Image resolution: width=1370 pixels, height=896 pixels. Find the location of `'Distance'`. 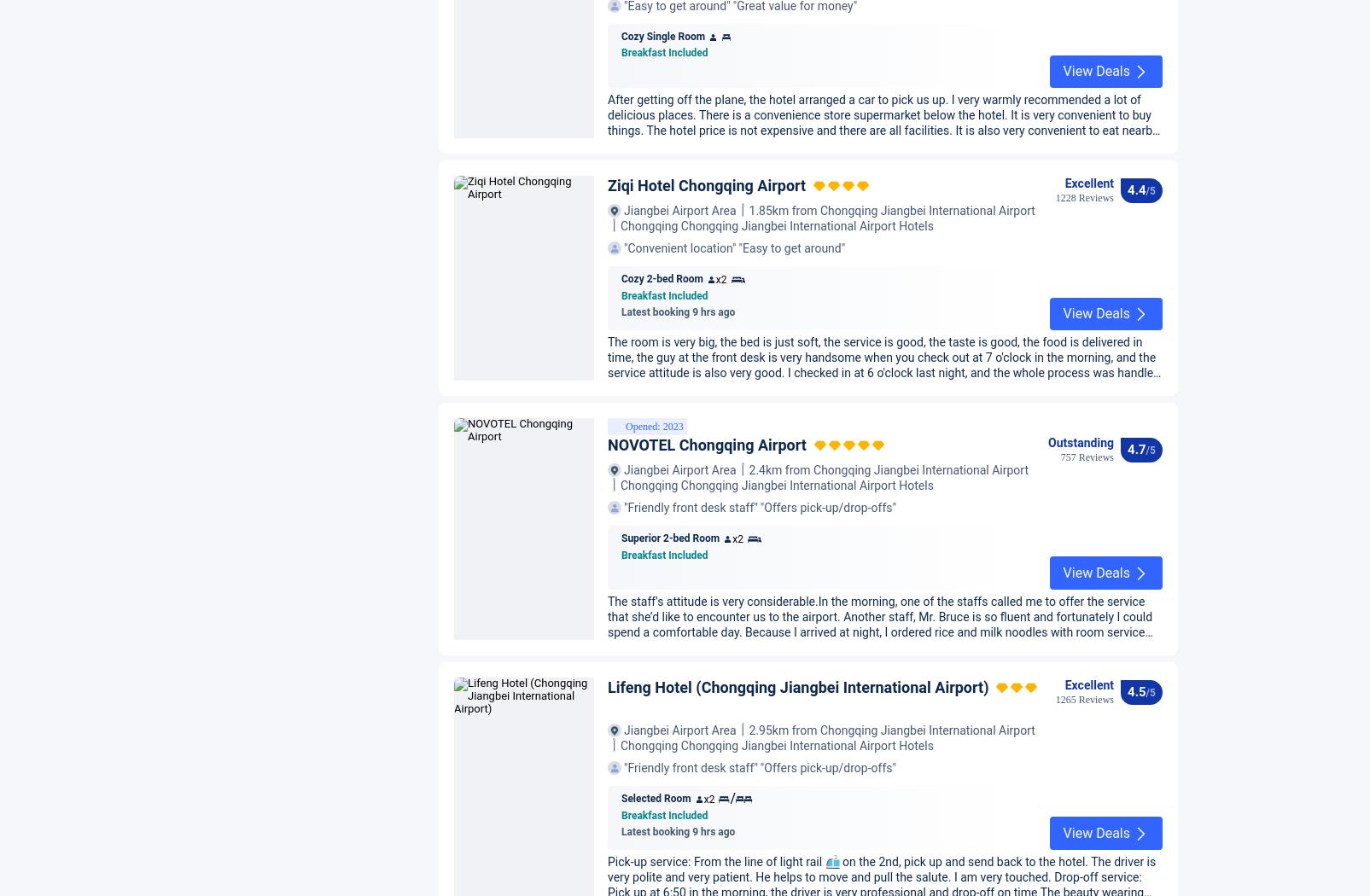

'Distance' is located at coordinates (1103, 62).